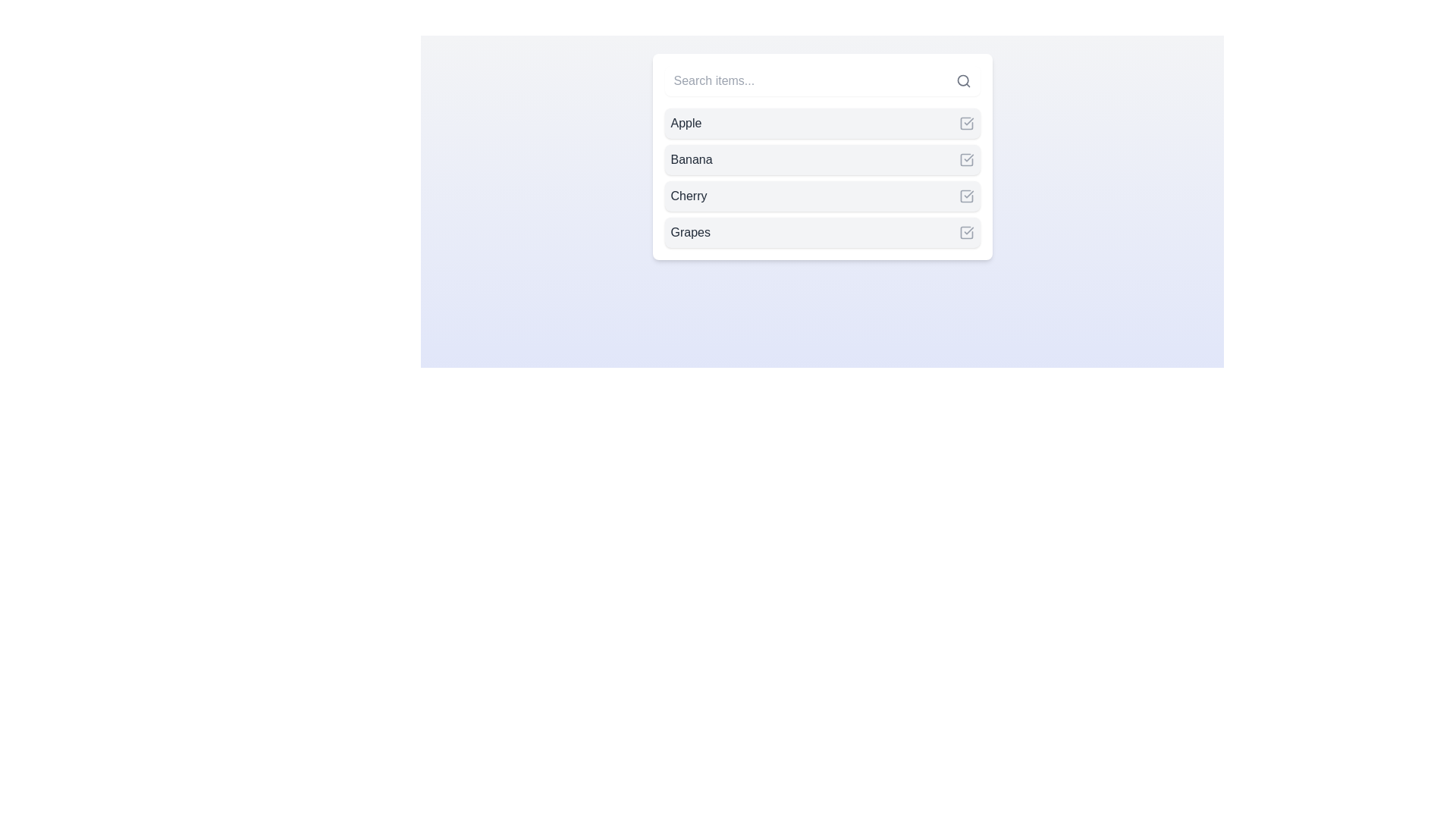  I want to click on the interactive checkbox icon styled in gray with a checkmark, located to the far right of the row labeled 'Cherry' in the list, so click(965, 195).